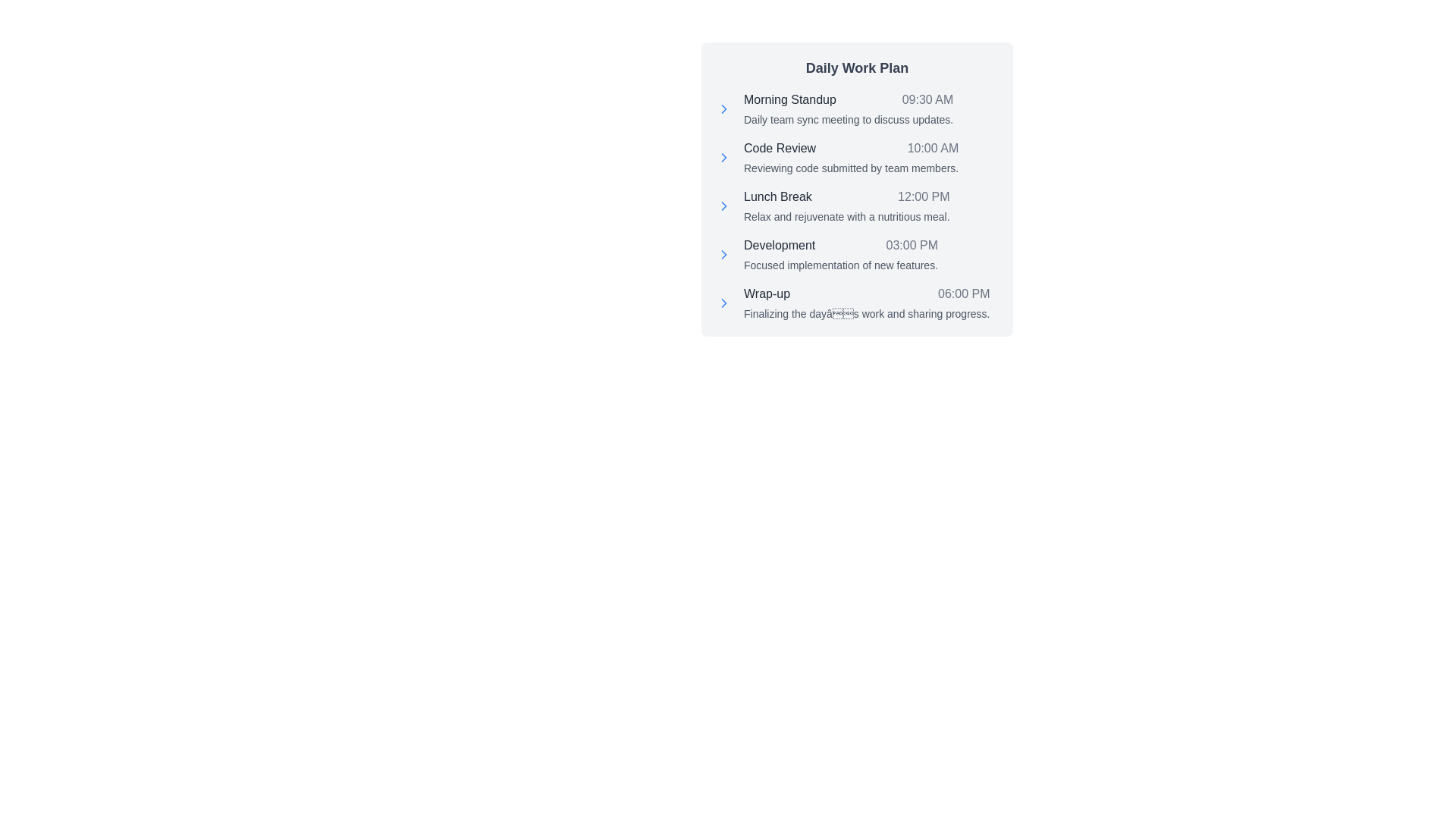  I want to click on title 'Lunch Break' and the description 'Relax and rejuvenate with a nutritious meal.' from the text block located under 'Daily Work Plan.', so click(857, 206).